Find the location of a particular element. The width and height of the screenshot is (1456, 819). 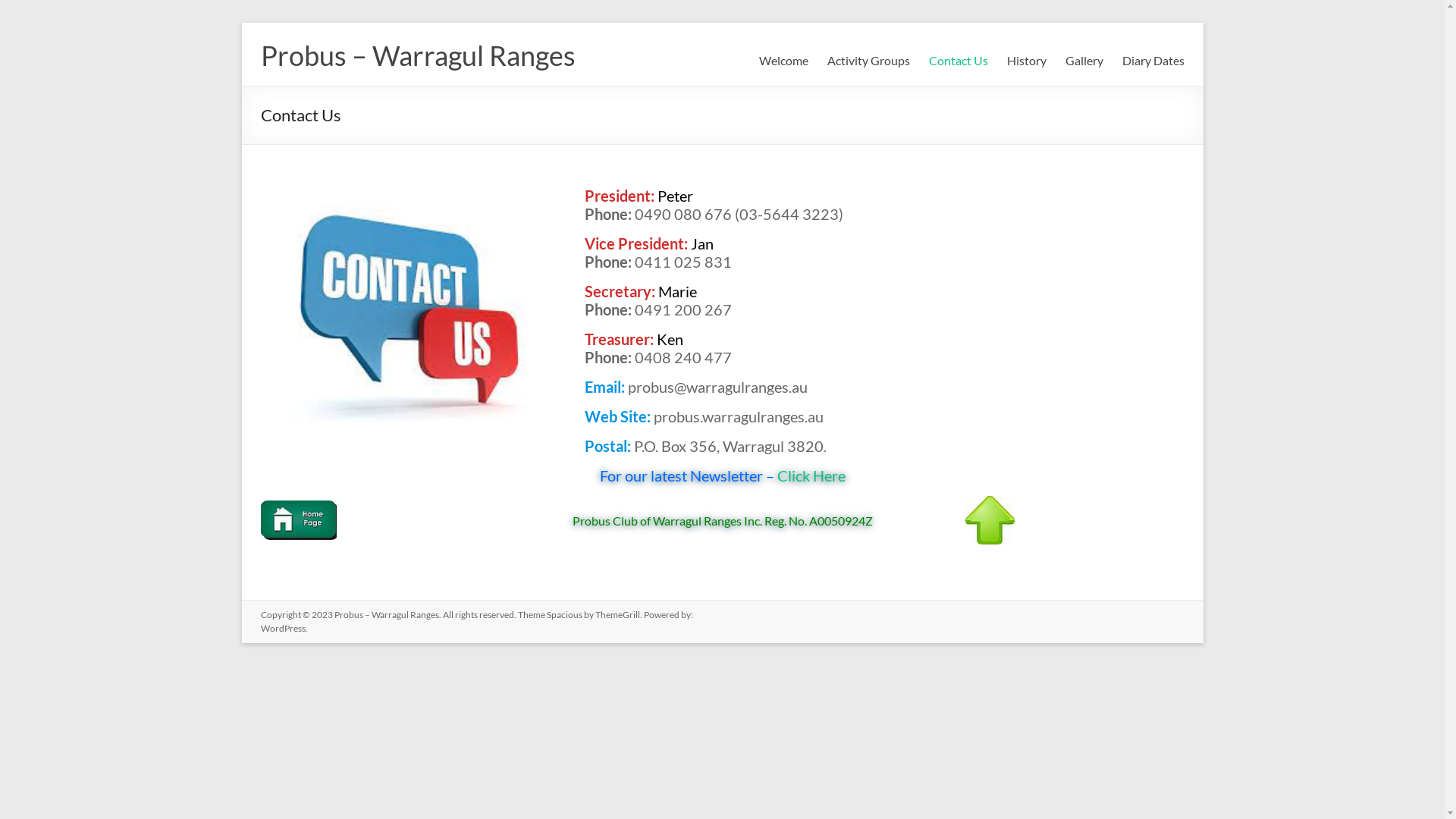

'Click Here' is located at coordinates (808, 475).